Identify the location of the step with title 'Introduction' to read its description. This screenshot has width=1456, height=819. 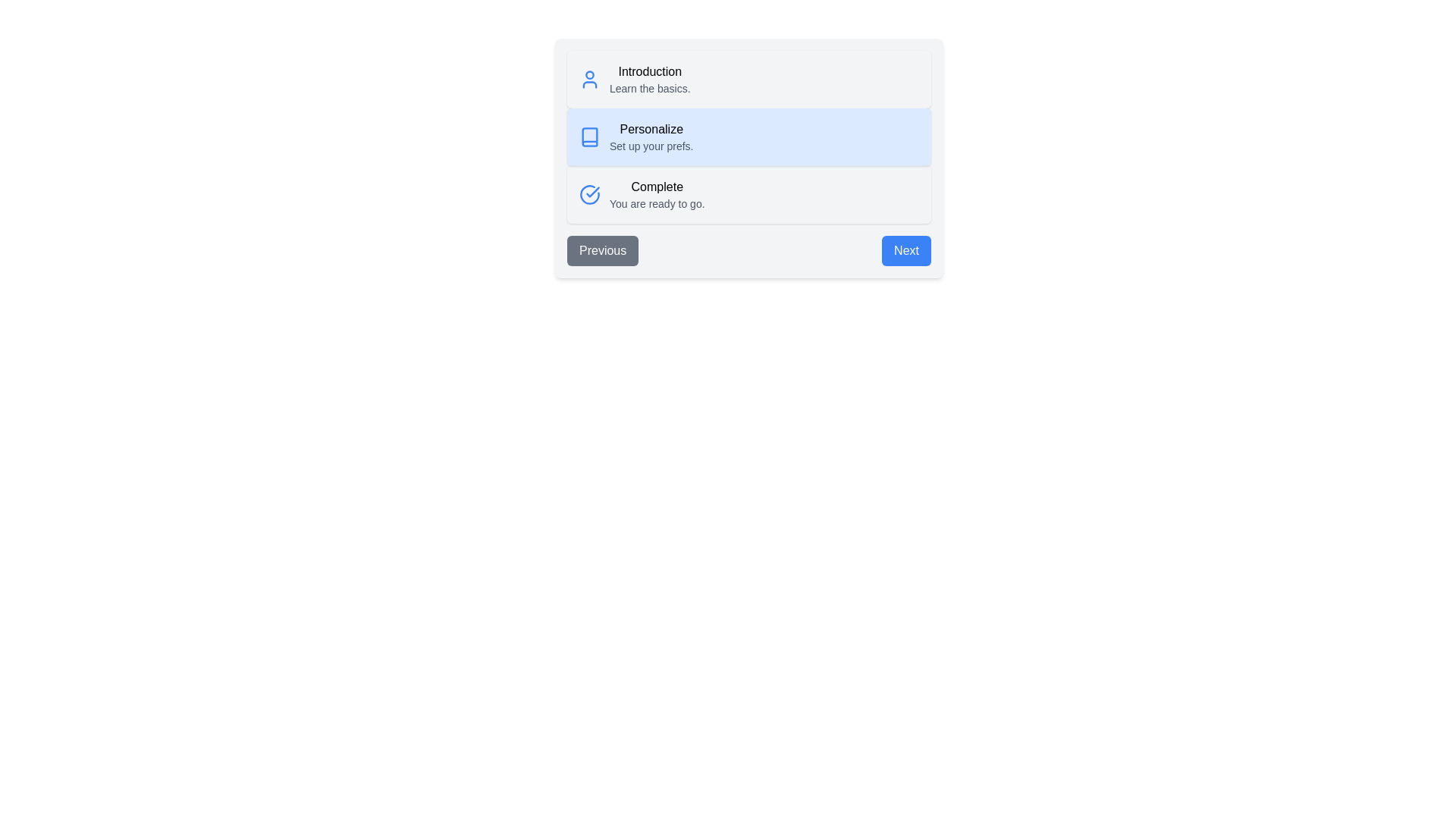
(650, 79).